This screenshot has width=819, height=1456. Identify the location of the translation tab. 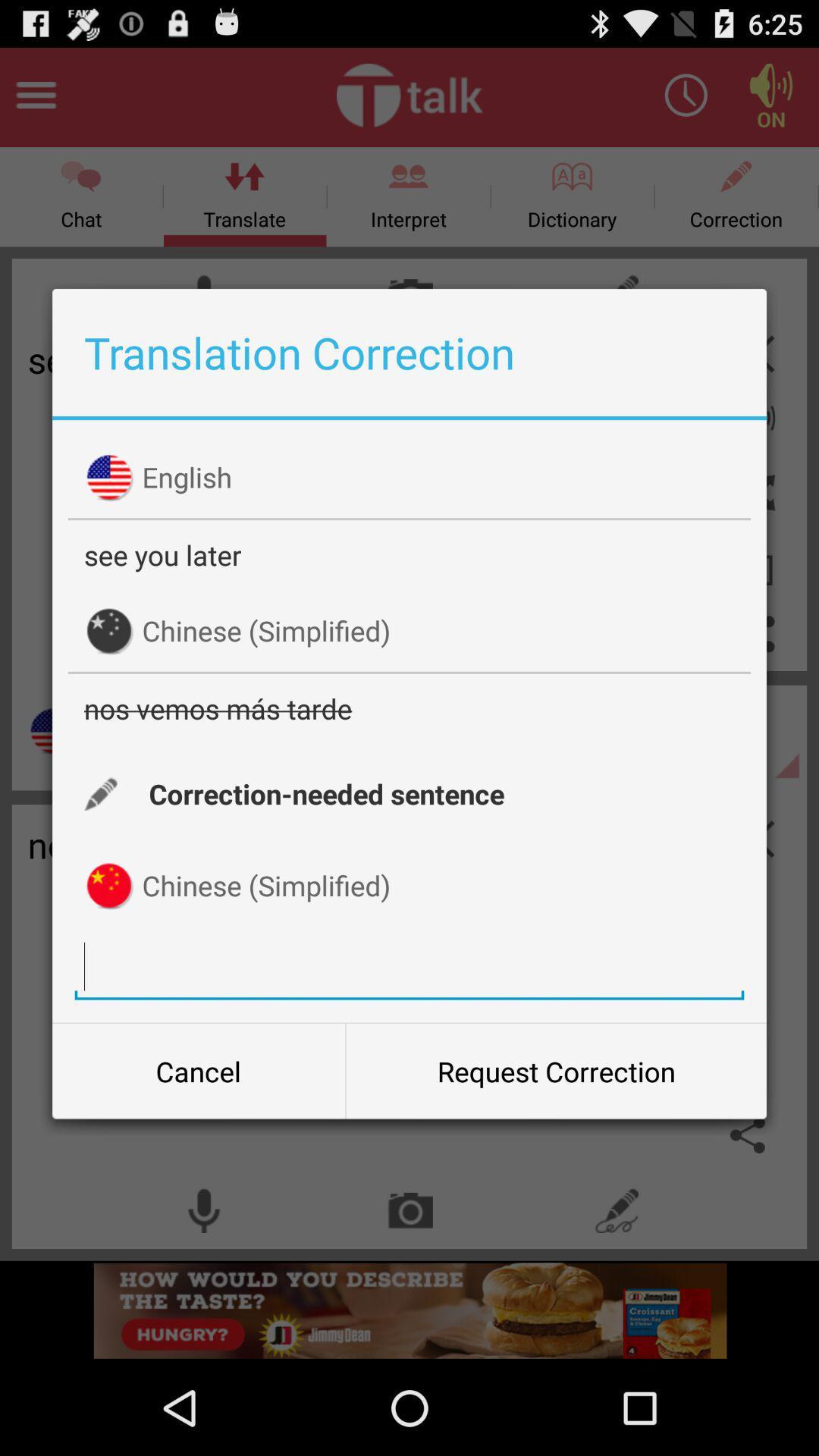
(409, 965).